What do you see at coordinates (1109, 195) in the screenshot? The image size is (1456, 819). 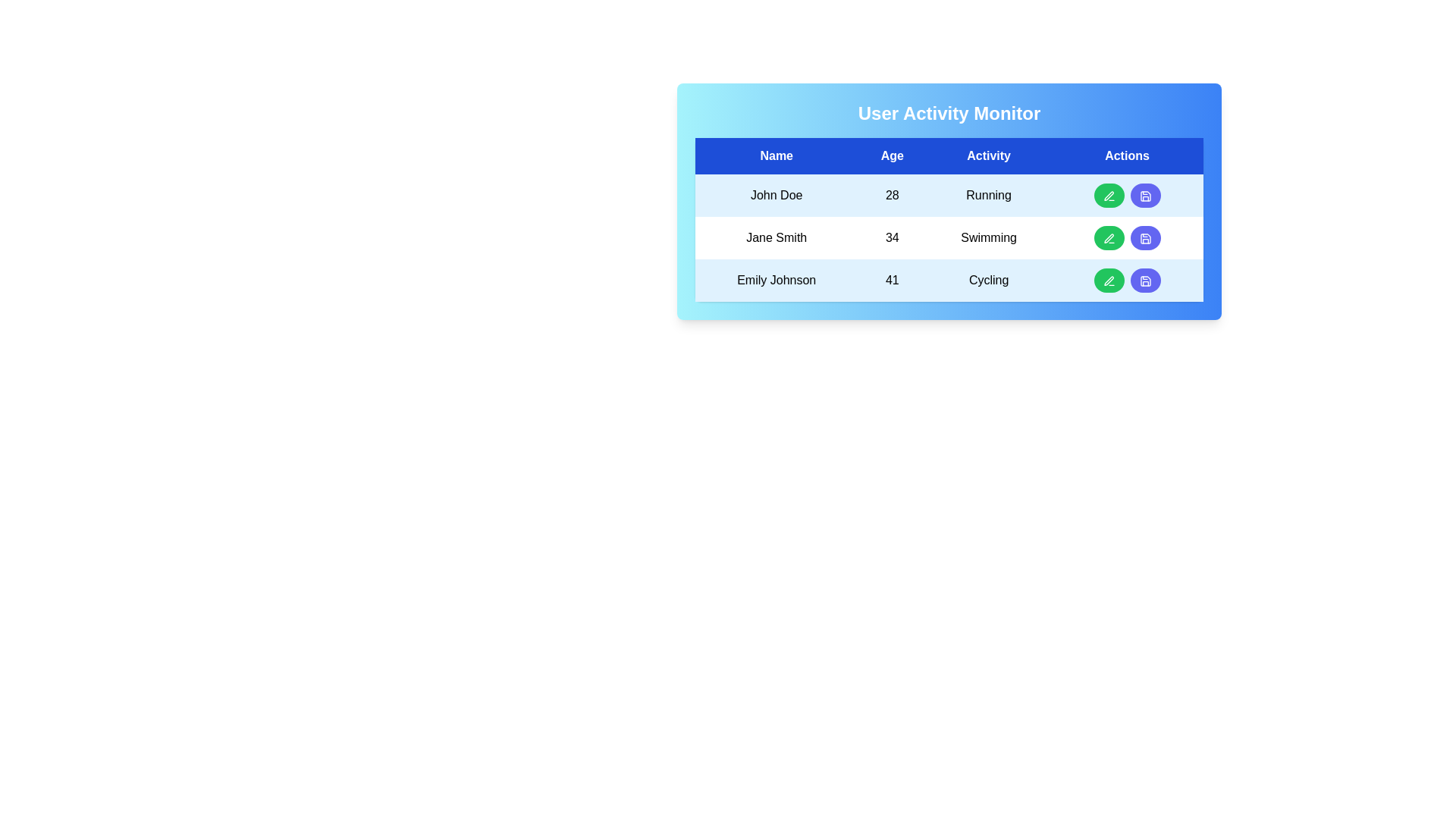 I see `the edit button for the John Doe row` at bounding box center [1109, 195].